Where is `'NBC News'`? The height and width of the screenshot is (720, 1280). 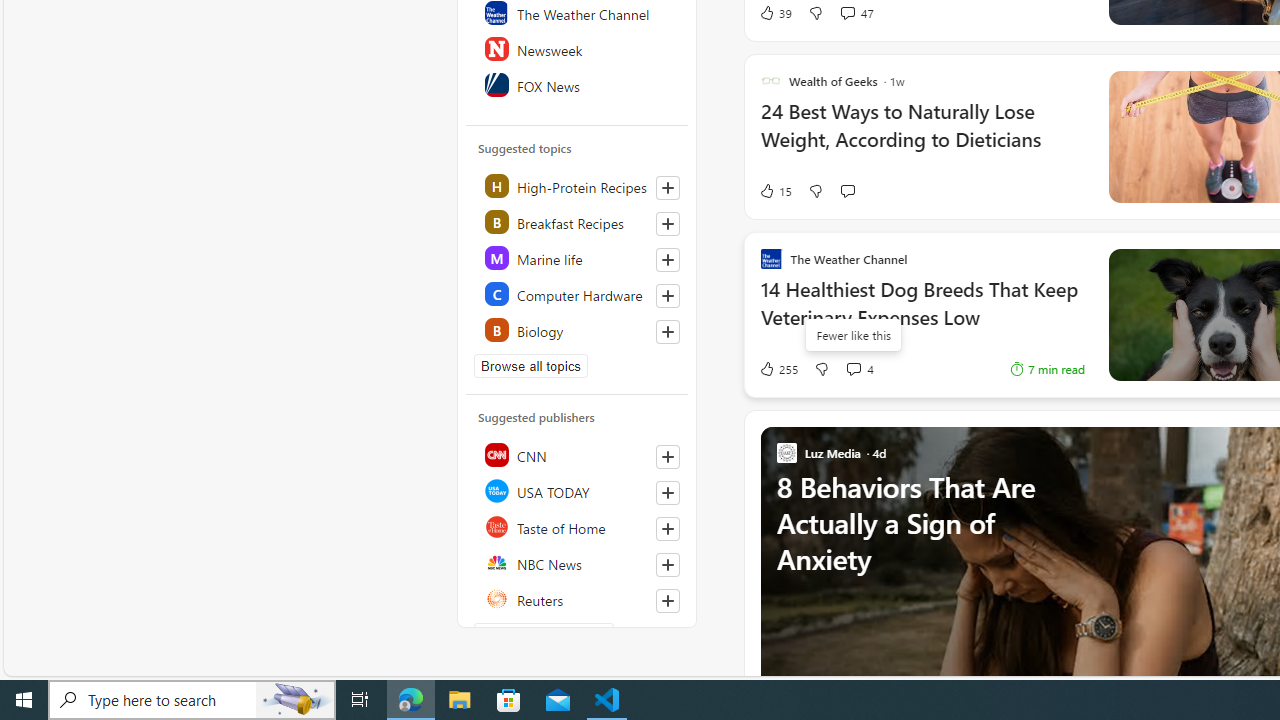 'NBC News' is located at coordinates (577, 563).